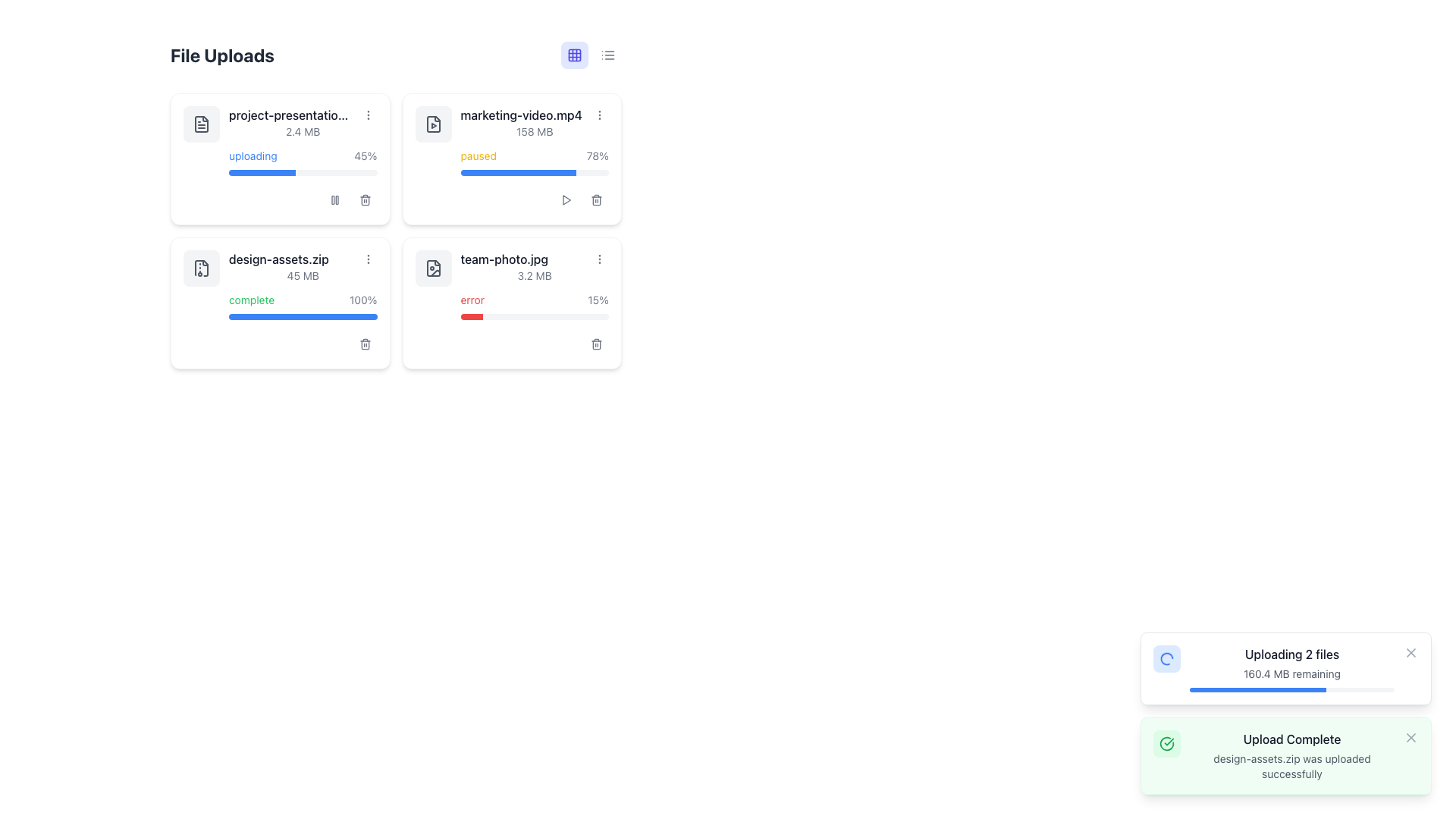  Describe the element at coordinates (504, 259) in the screenshot. I see `the static text label that displays the name of a file in the list of uploaded files, located in the lower-right tile of a 2x2 grid format` at that location.